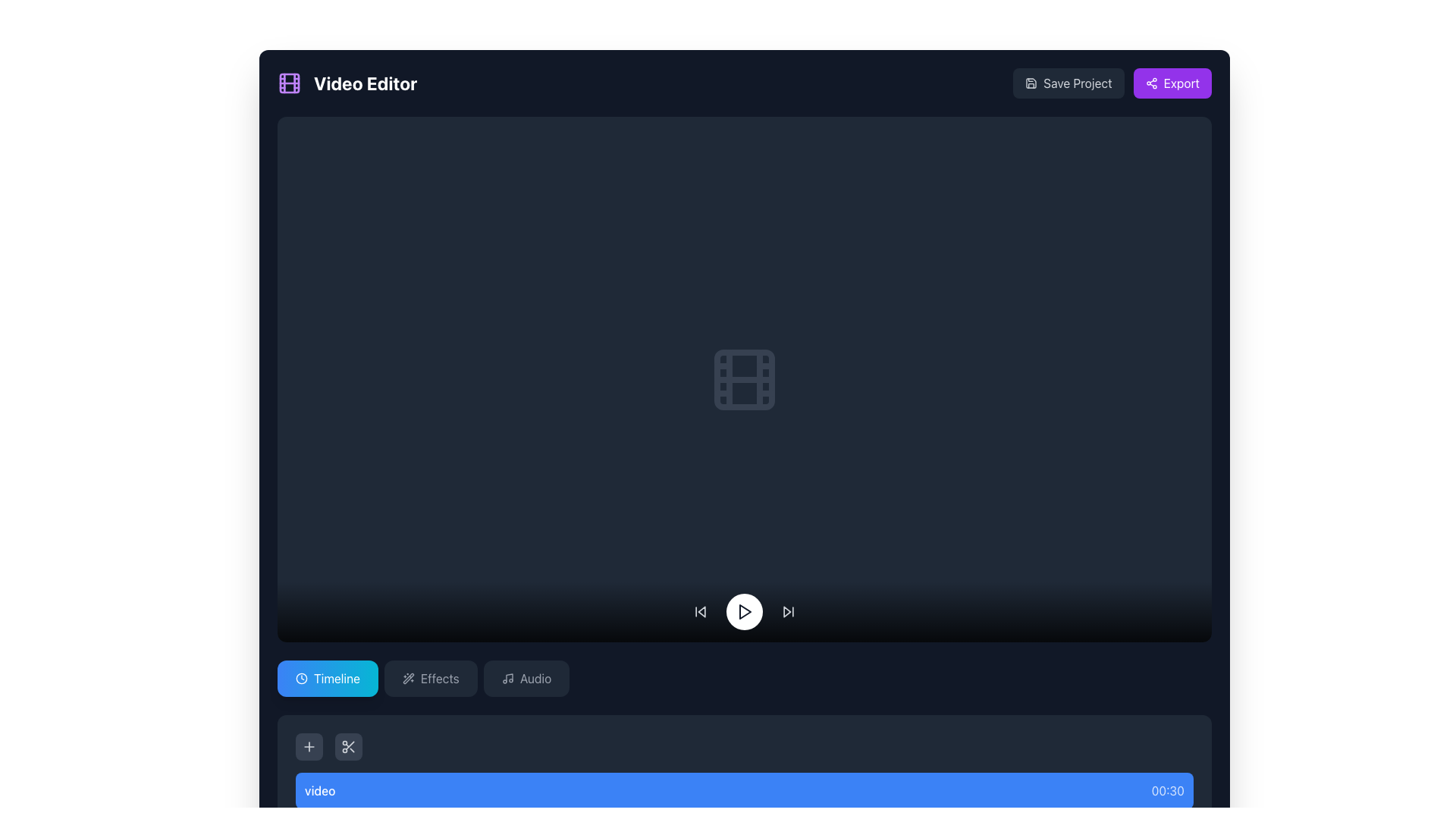 This screenshot has height=819, width=1456. Describe the element at coordinates (439, 677) in the screenshot. I see `the 'Effects' text label located in the lower control panel of the interface, positioned between the timeline button and the 'Audio' button` at that location.